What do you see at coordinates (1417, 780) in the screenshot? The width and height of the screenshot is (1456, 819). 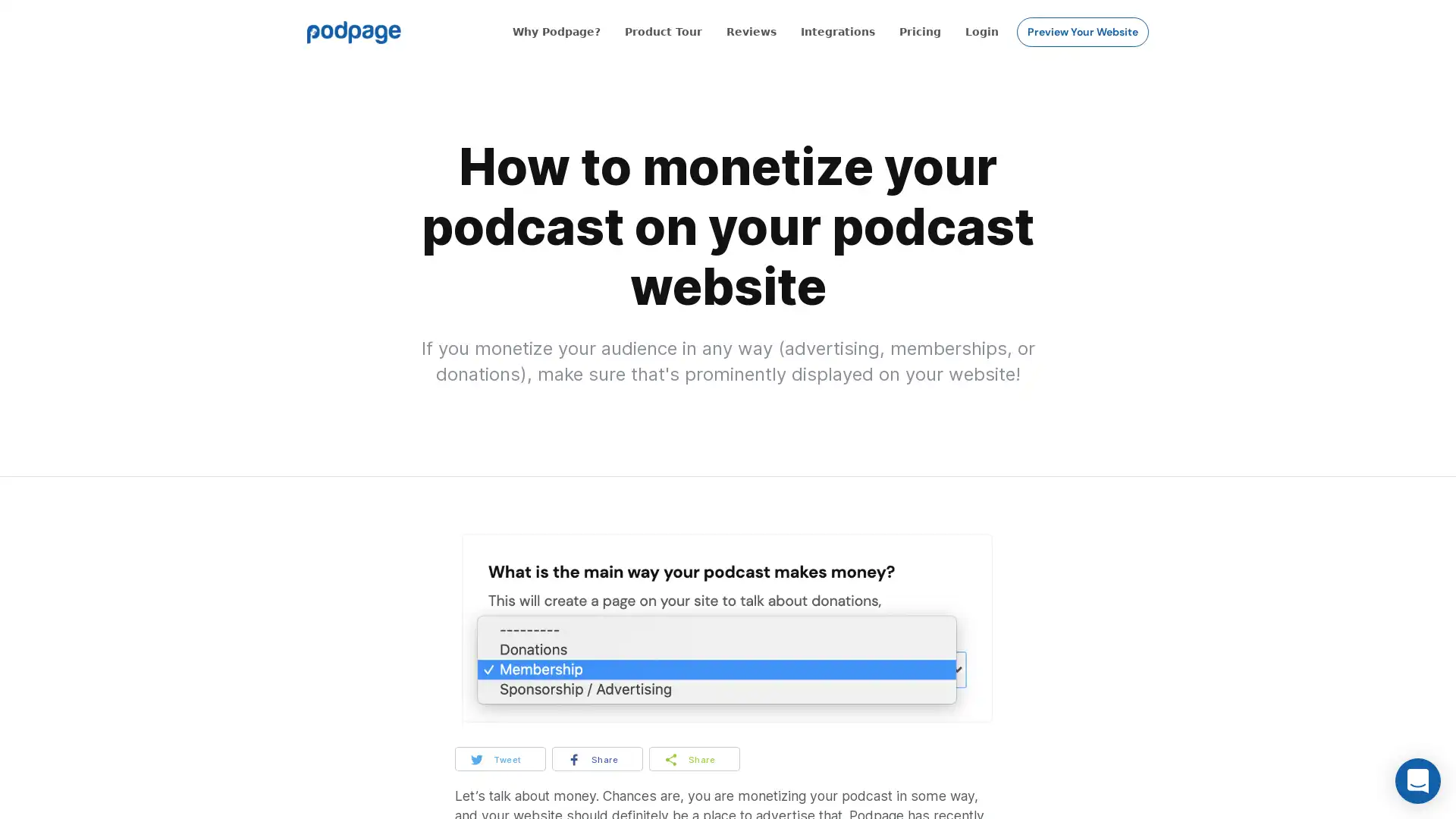 I see `Open Intercom Messenger` at bounding box center [1417, 780].